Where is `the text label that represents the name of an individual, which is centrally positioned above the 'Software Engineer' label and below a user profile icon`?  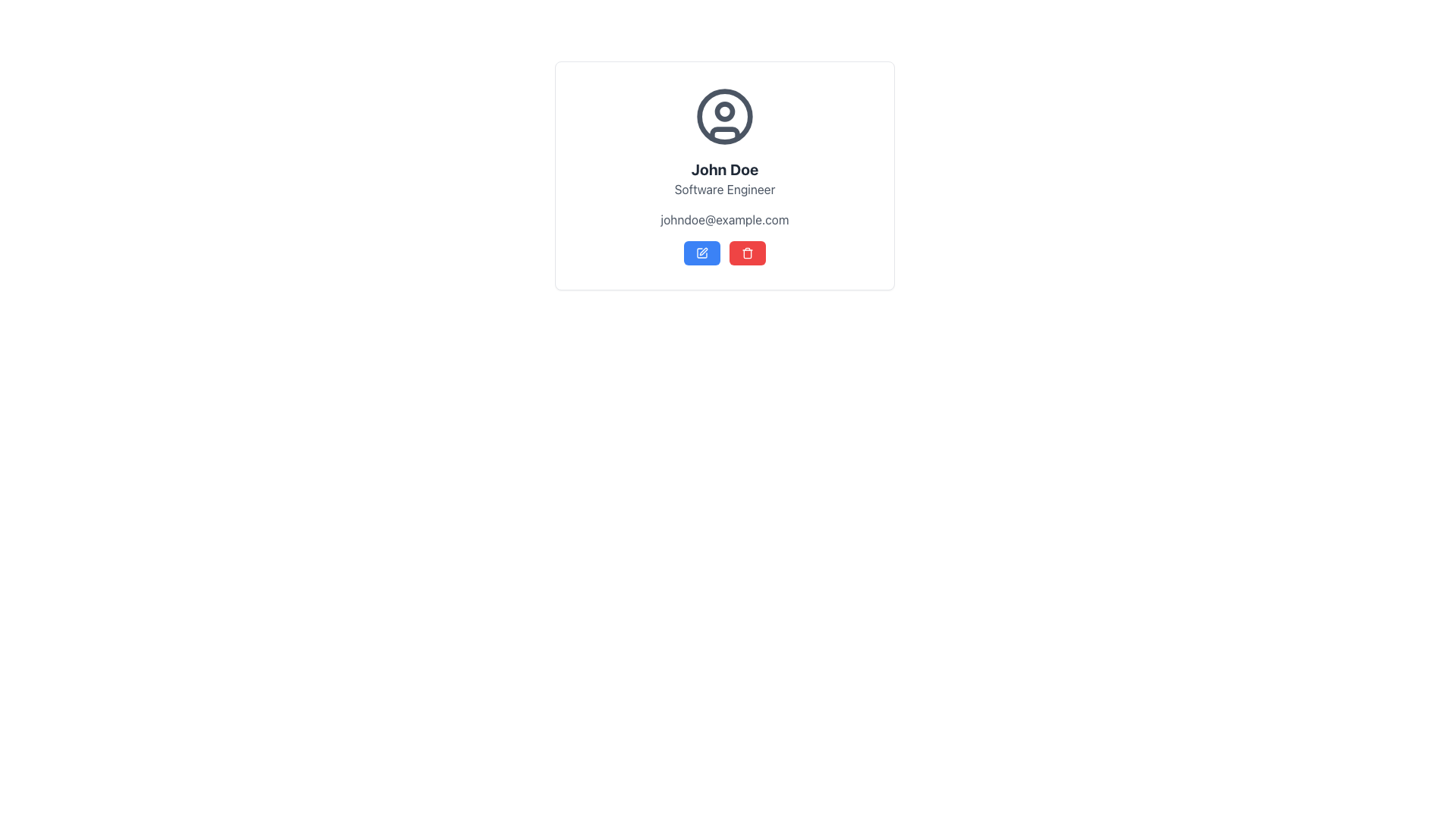 the text label that represents the name of an individual, which is centrally positioned above the 'Software Engineer' label and below a user profile icon is located at coordinates (723, 169).